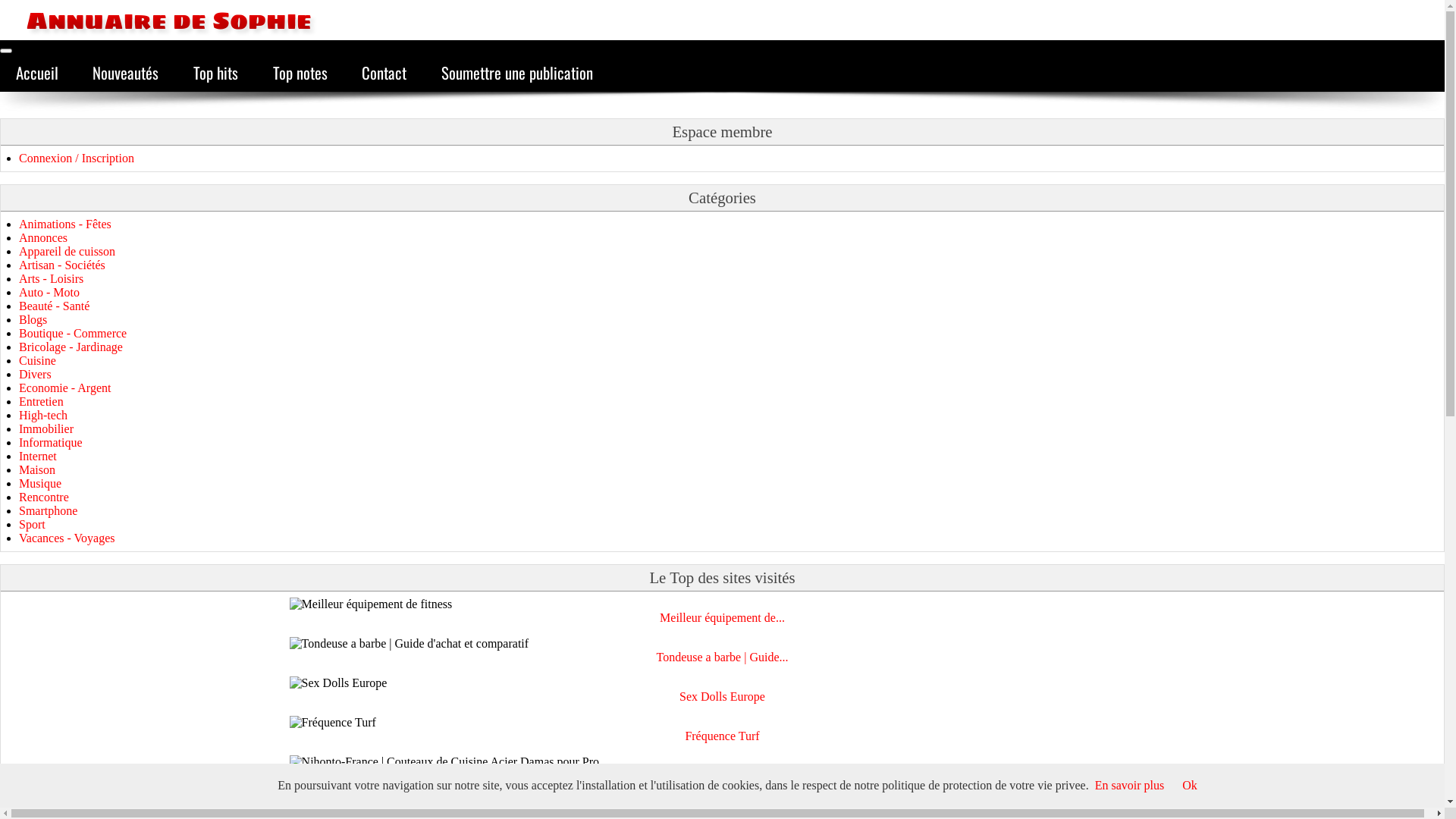  Describe the element at coordinates (1189, 785) in the screenshot. I see `'Ok'` at that location.